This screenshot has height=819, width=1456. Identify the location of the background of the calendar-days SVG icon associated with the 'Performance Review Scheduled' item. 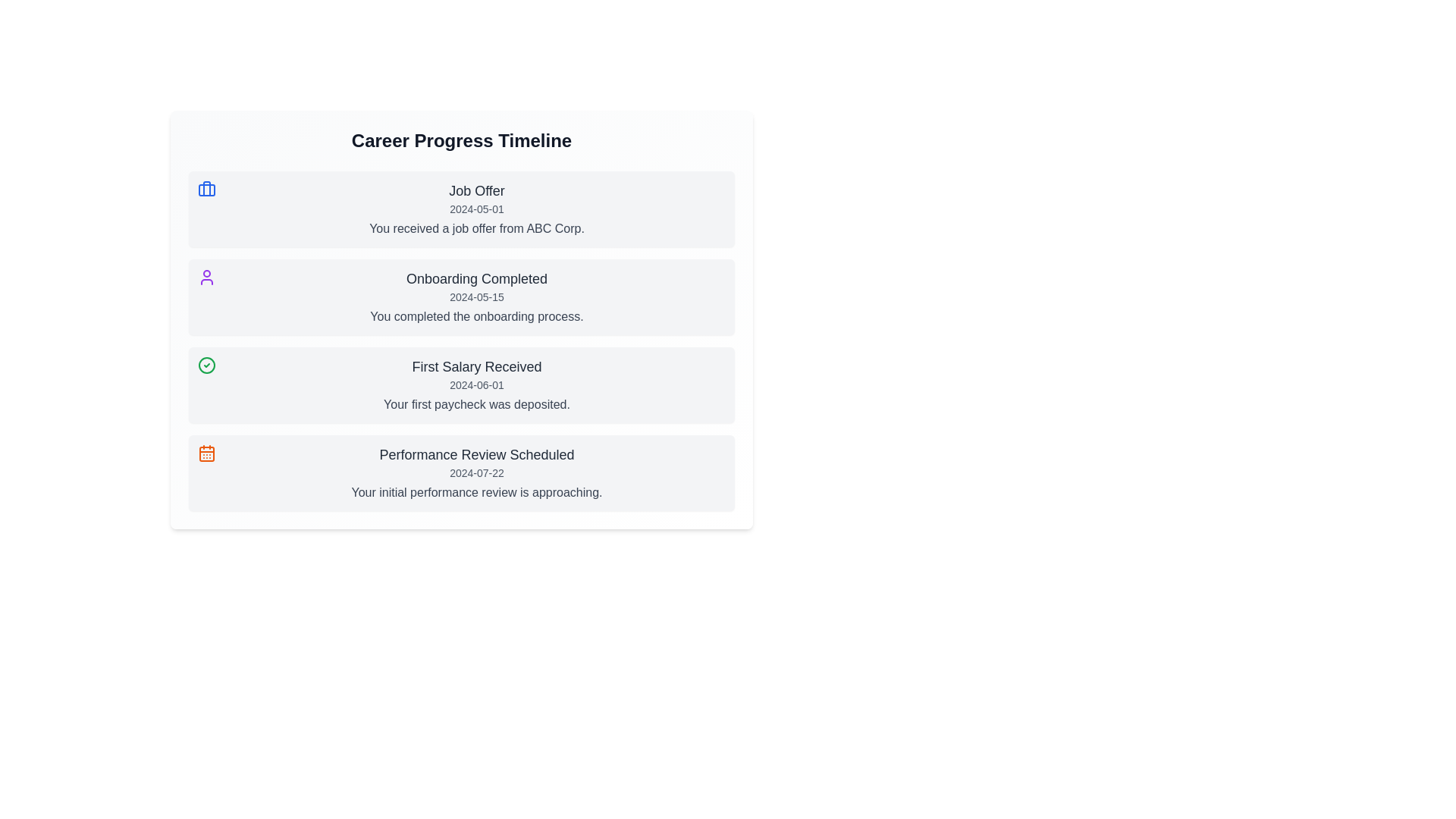
(206, 453).